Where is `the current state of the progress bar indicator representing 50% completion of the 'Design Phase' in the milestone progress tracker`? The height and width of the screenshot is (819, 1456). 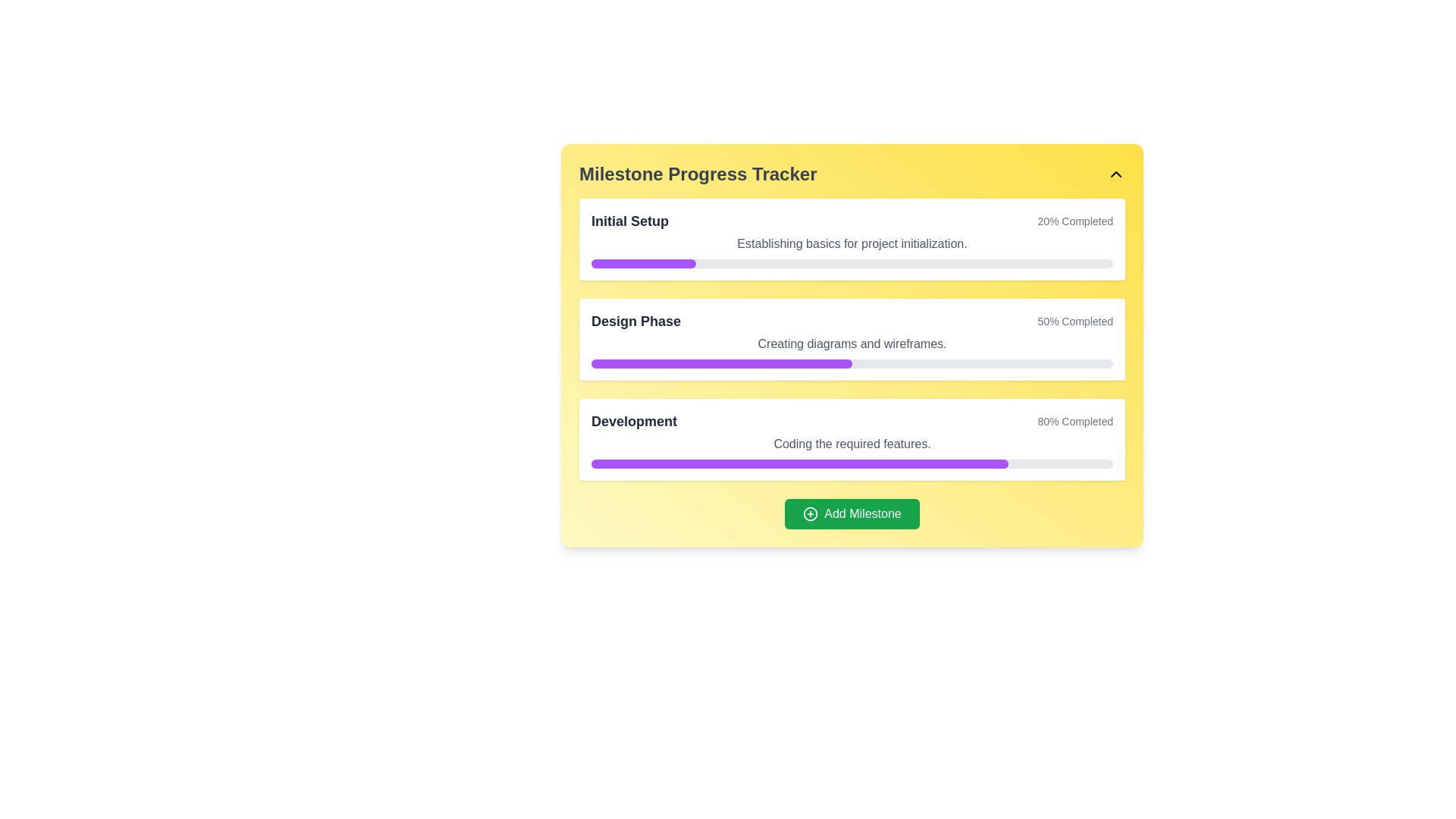
the current state of the progress bar indicator representing 50% completion of the 'Design Phase' in the milestone progress tracker is located at coordinates (720, 363).